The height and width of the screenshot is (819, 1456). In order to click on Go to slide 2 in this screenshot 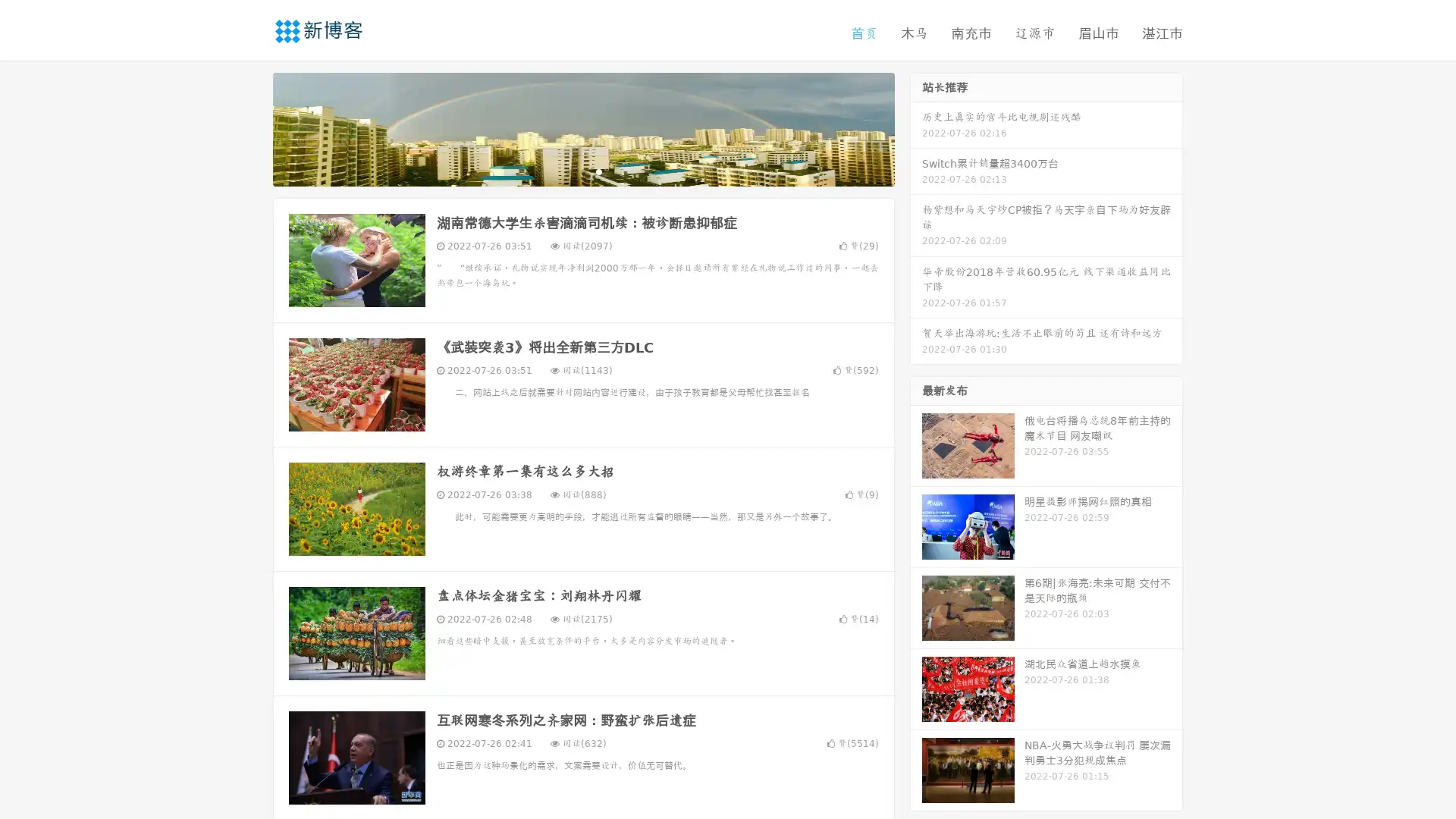, I will do `click(582, 171)`.